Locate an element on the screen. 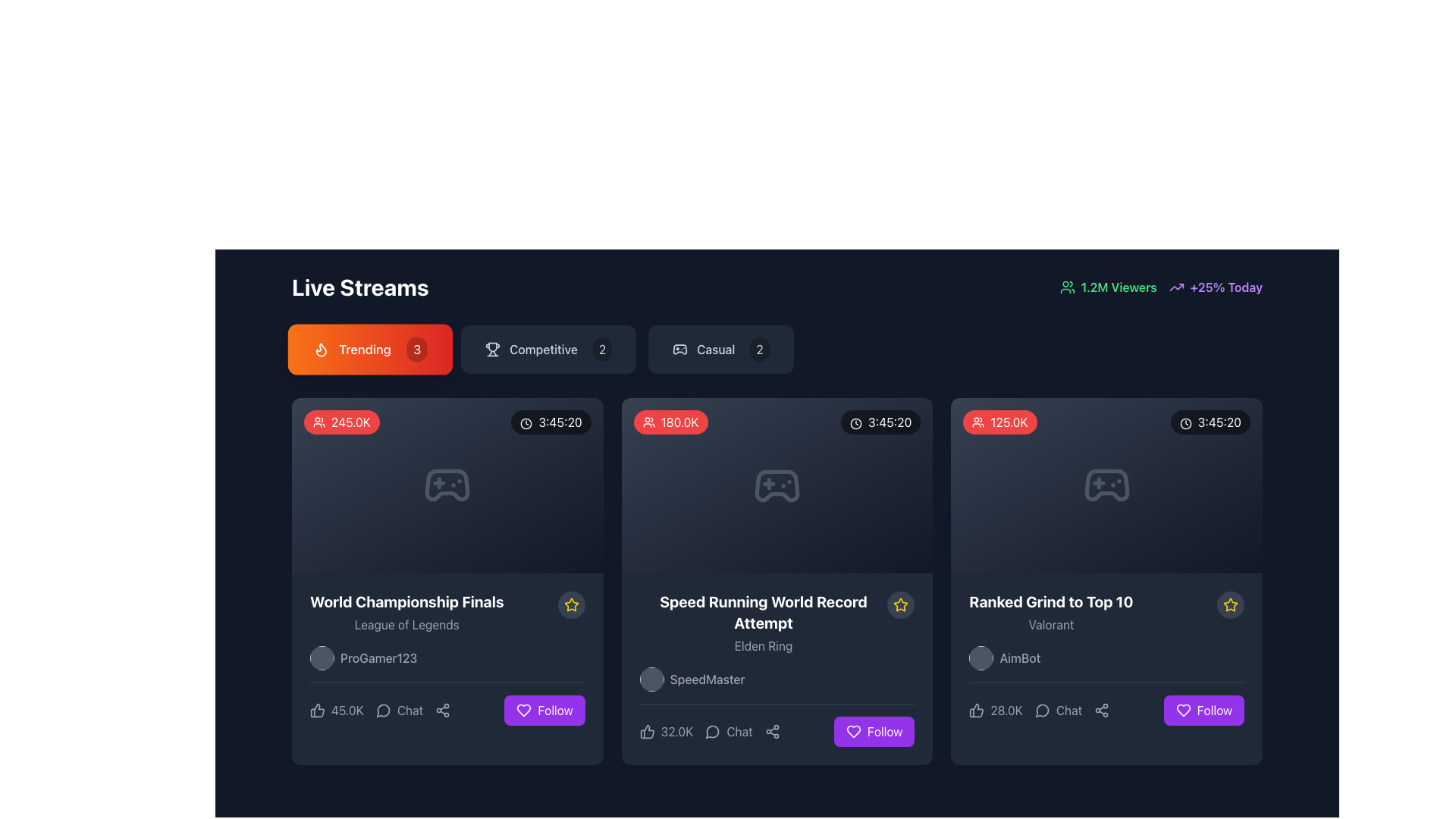 This screenshot has width=1456, height=819. the circular avatar of the 'SpeedMaster' label is located at coordinates (692, 678).